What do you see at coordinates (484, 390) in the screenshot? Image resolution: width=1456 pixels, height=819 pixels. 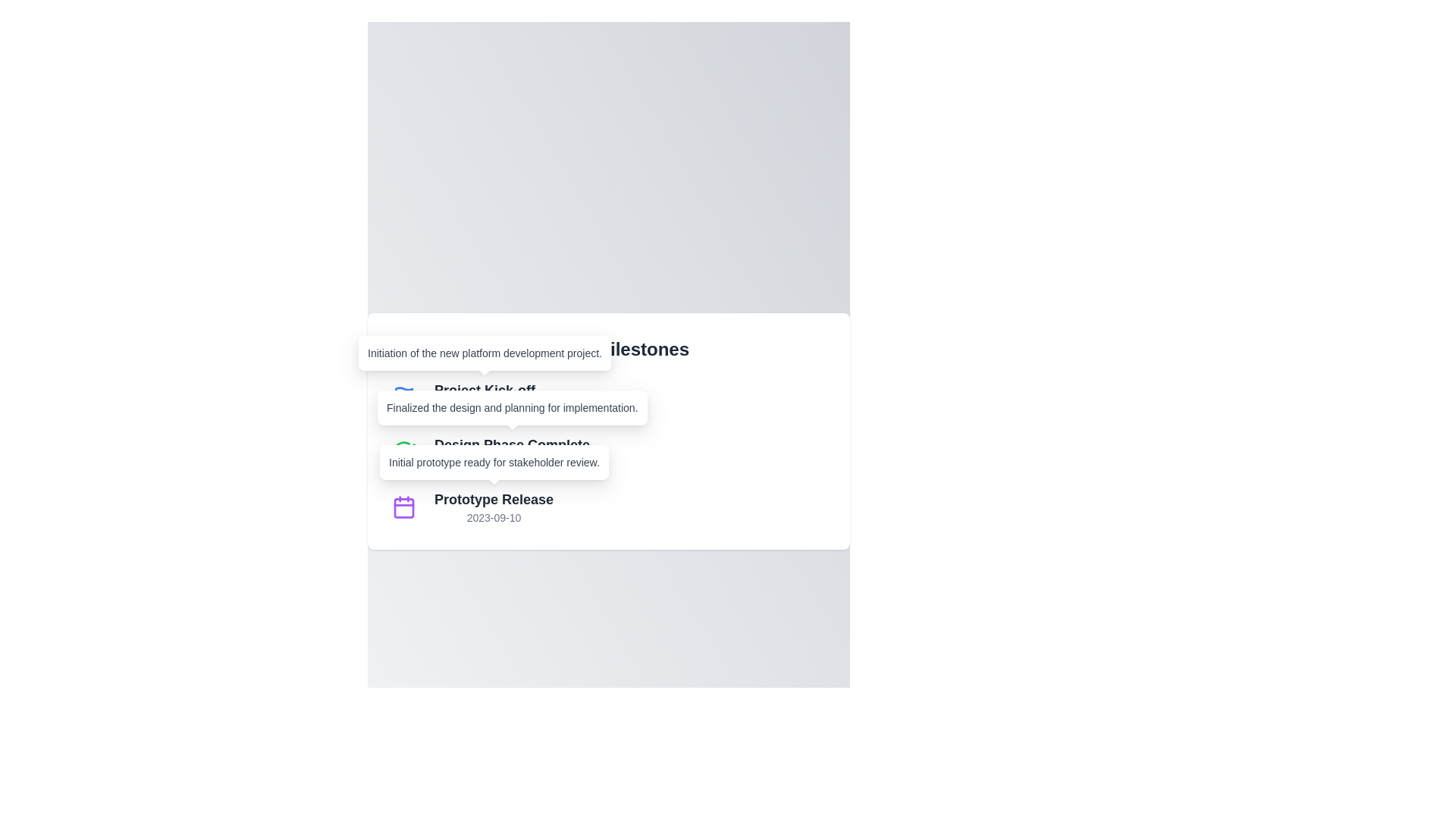 I see `the bold, dark gray text label reading 'Project Kick-off', which is the first milestone in the milestones section` at bounding box center [484, 390].